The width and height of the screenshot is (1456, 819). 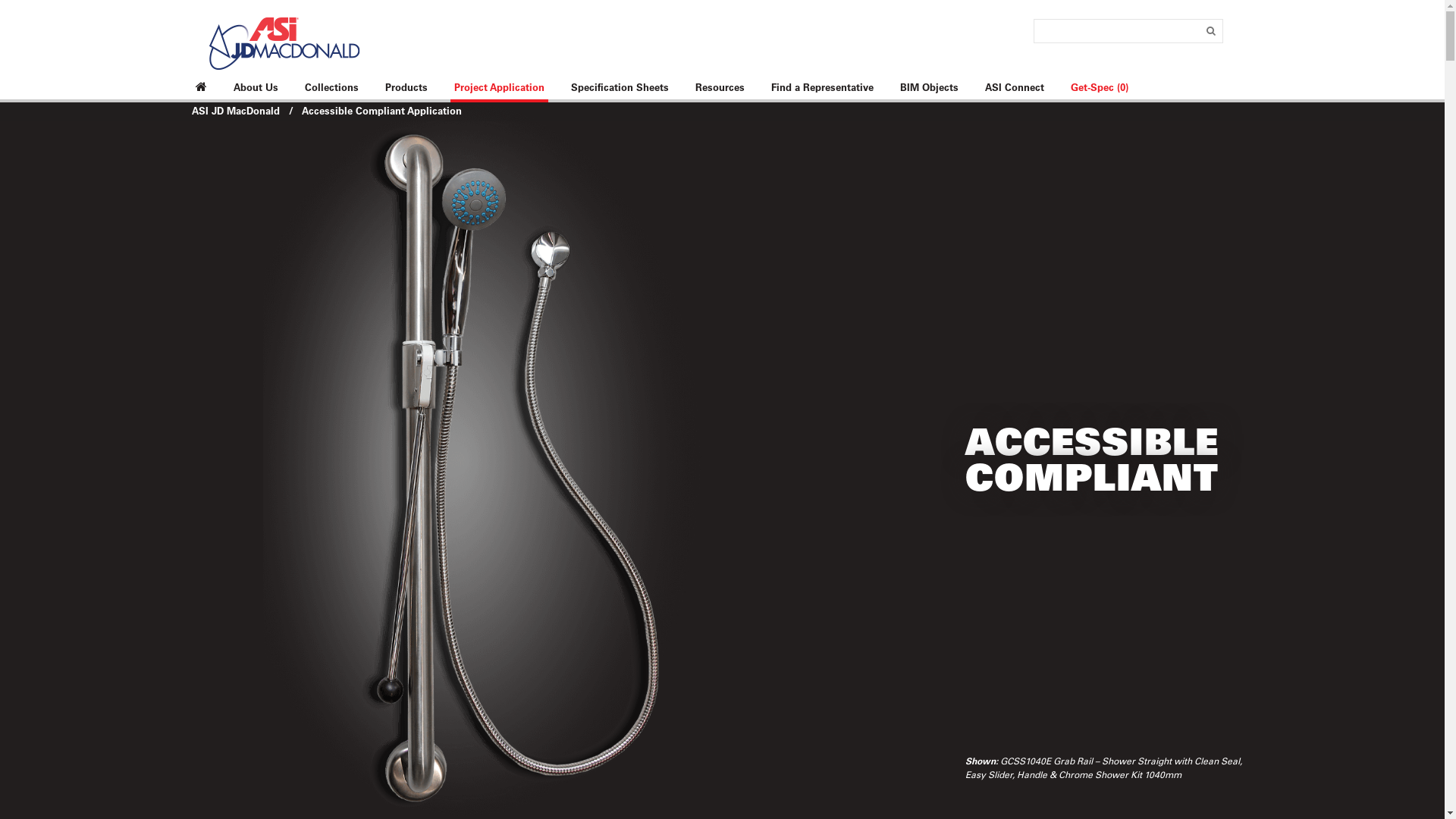 I want to click on 'Project Application', so click(x=499, y=89).